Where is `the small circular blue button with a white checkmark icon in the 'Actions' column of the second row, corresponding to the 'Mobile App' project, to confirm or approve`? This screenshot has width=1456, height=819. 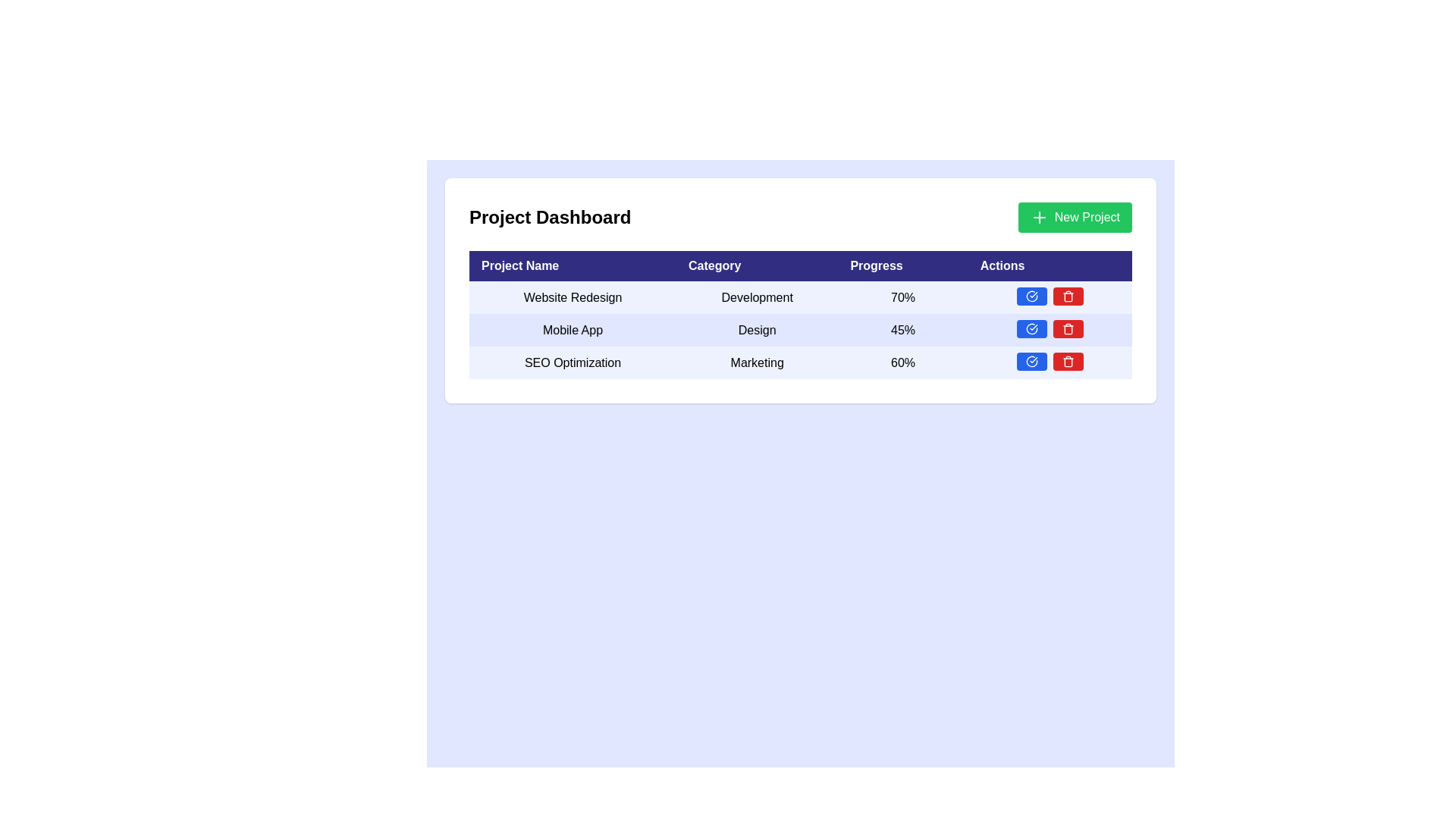 the small circular blue button with a white checkmark icon in the 'Actions' column of the second row, corresponding to the 'Mobile App' project, to confirm or approve is located at coordinates (1031, 328).